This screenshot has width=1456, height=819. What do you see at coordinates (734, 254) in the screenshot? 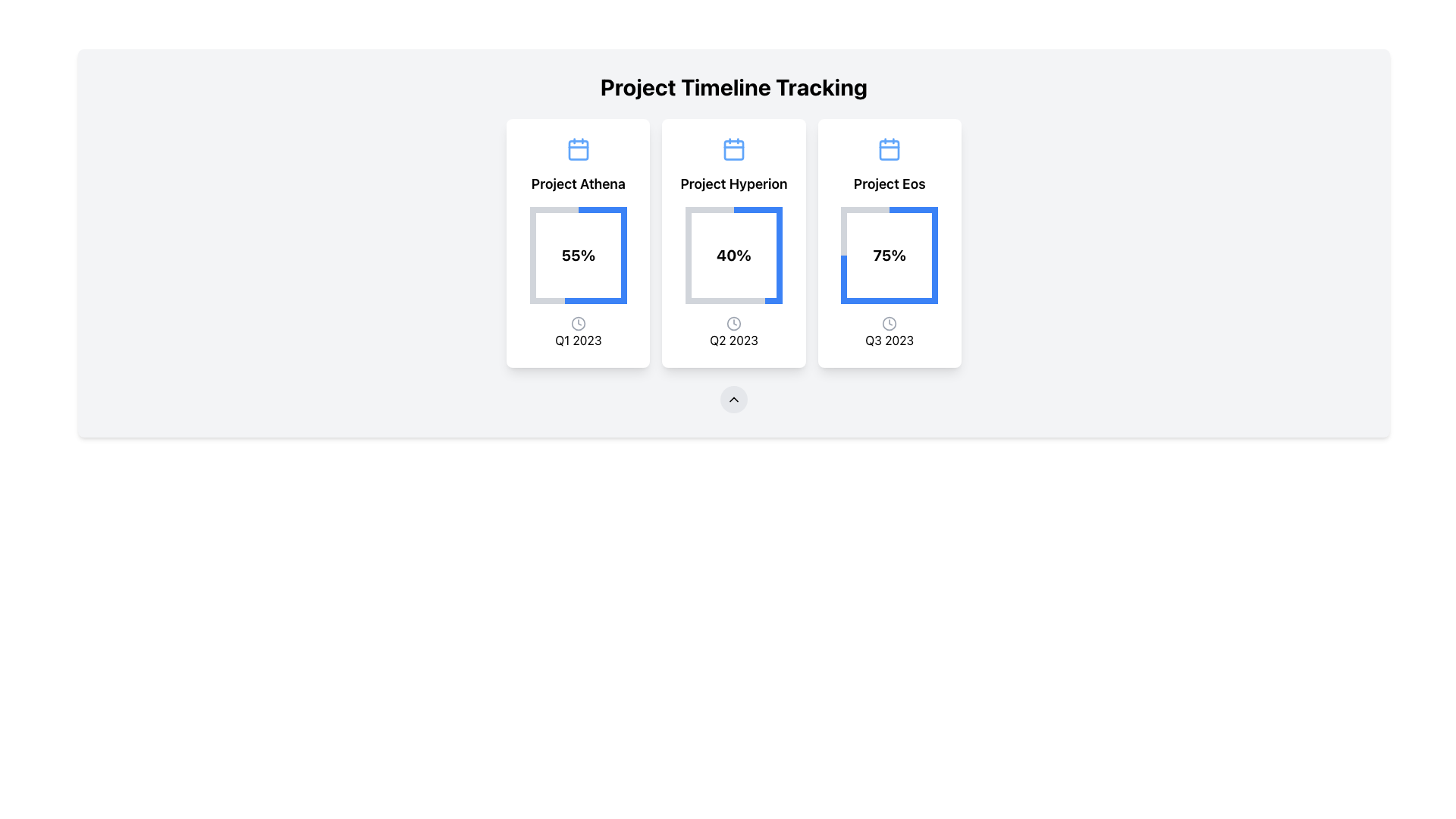
I see `the static text element displaying the completion percentage of 'Project Hyperion', located in the center of the circular chart within the second card under 'Project Timeline Tracking'` at bounding box center [734, 254].